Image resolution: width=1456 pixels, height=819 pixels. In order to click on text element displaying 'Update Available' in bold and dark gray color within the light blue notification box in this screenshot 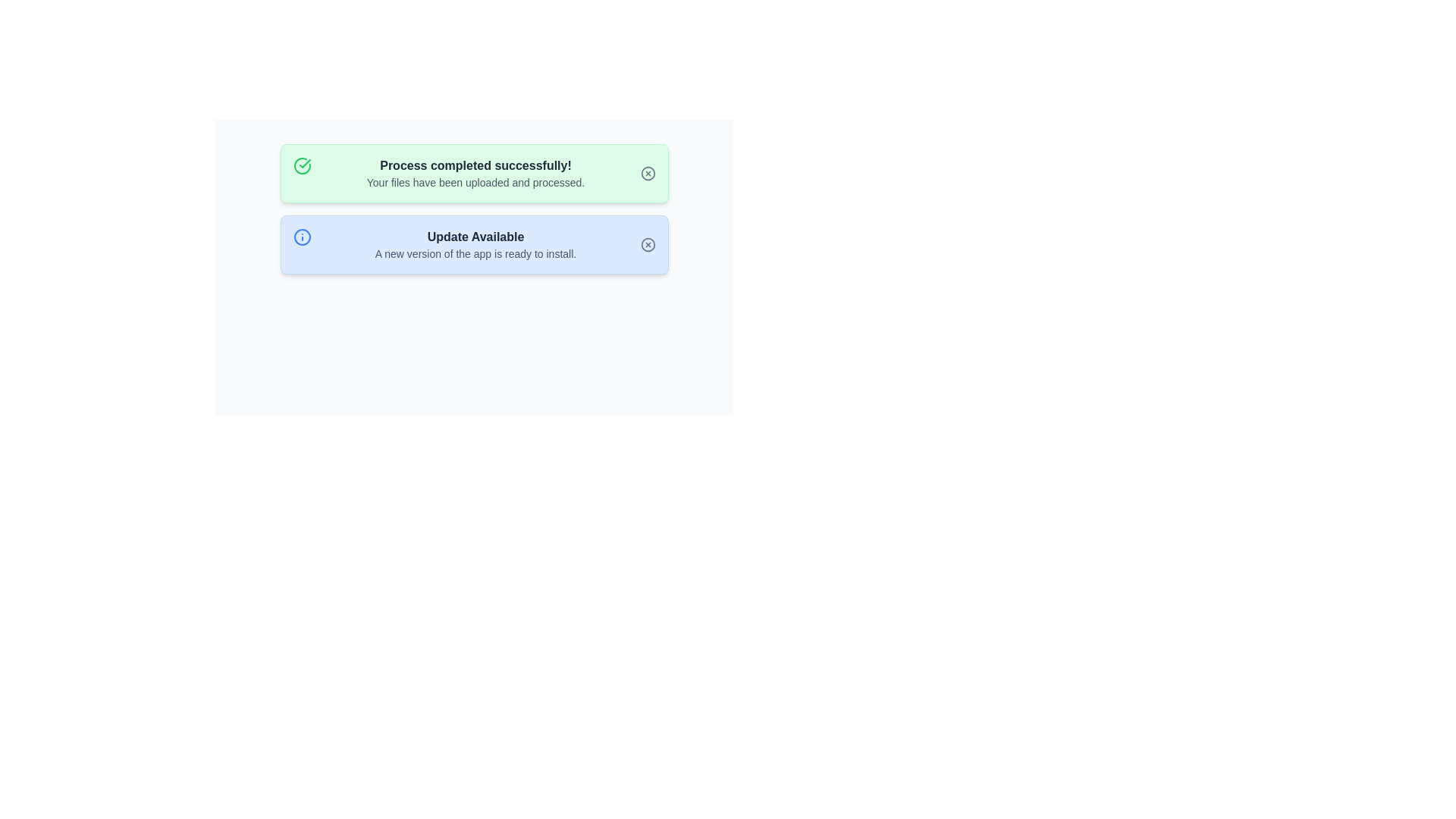, I will do `click(475, 237)`.